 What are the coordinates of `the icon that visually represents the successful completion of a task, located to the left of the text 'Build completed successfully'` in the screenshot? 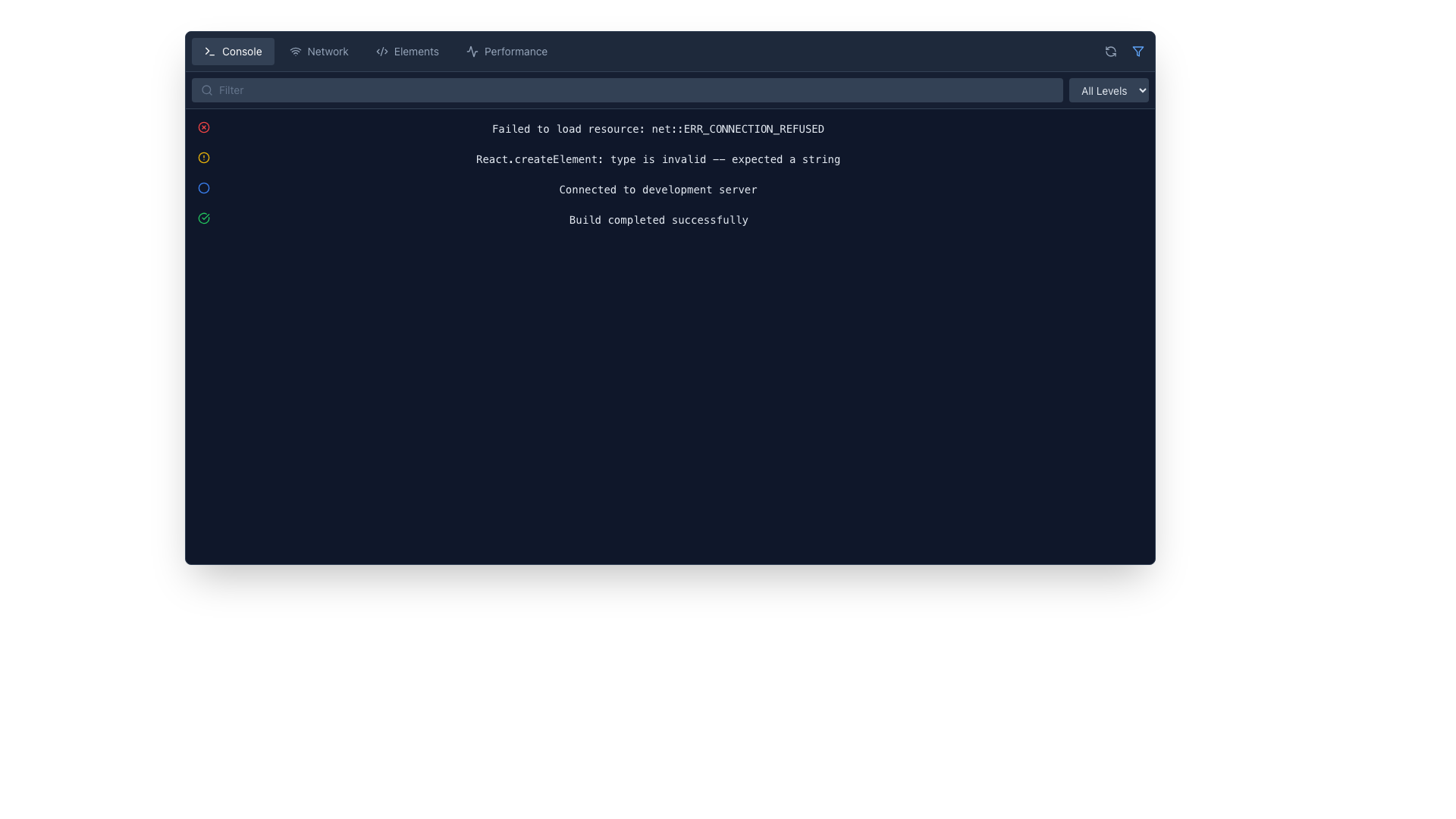 It's located at (202, 218).